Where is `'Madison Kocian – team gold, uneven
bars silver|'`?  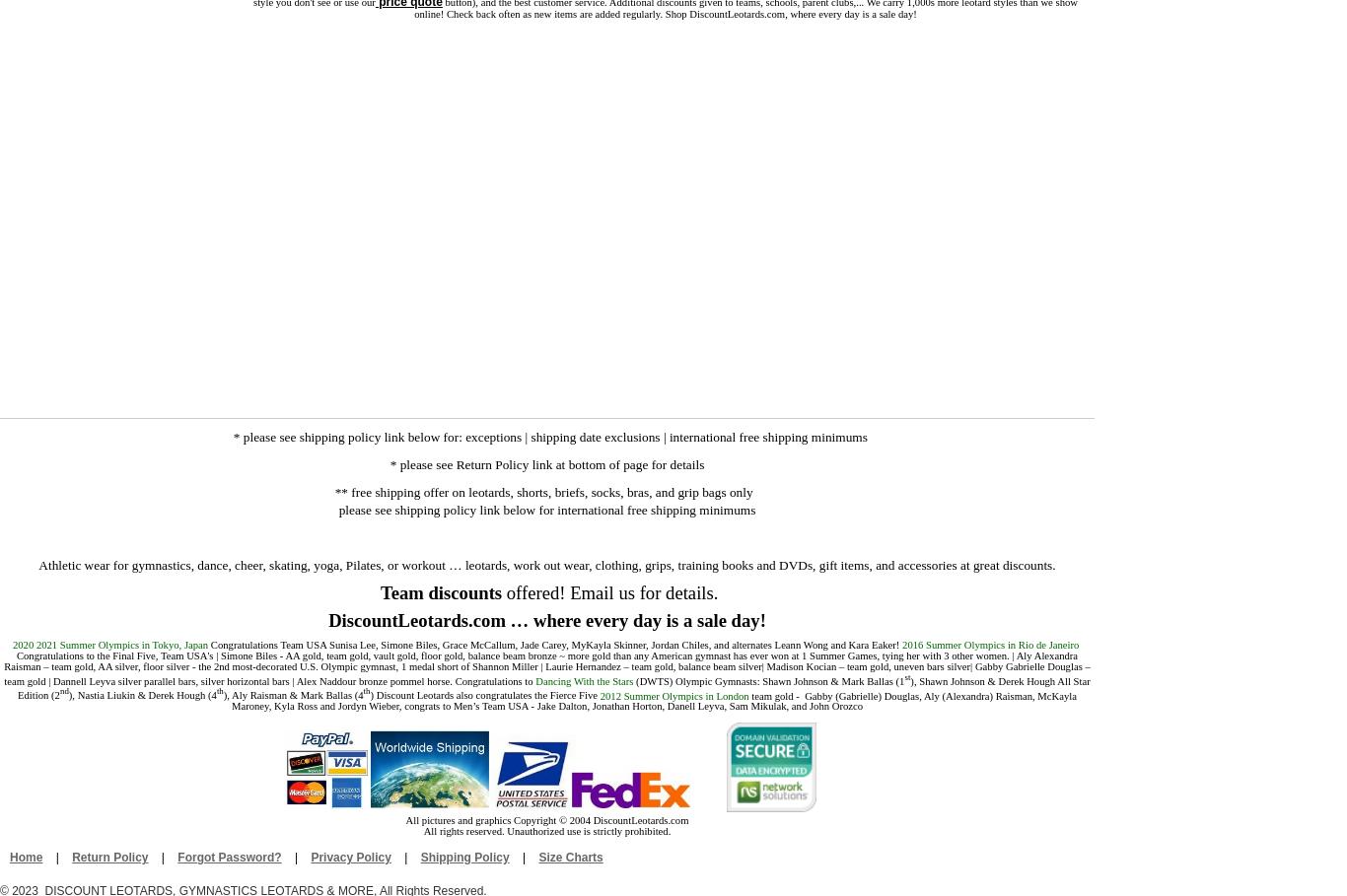 'Madison Kocian – team gold, uneven
bars silver|' is located at coordinates (866, 666).